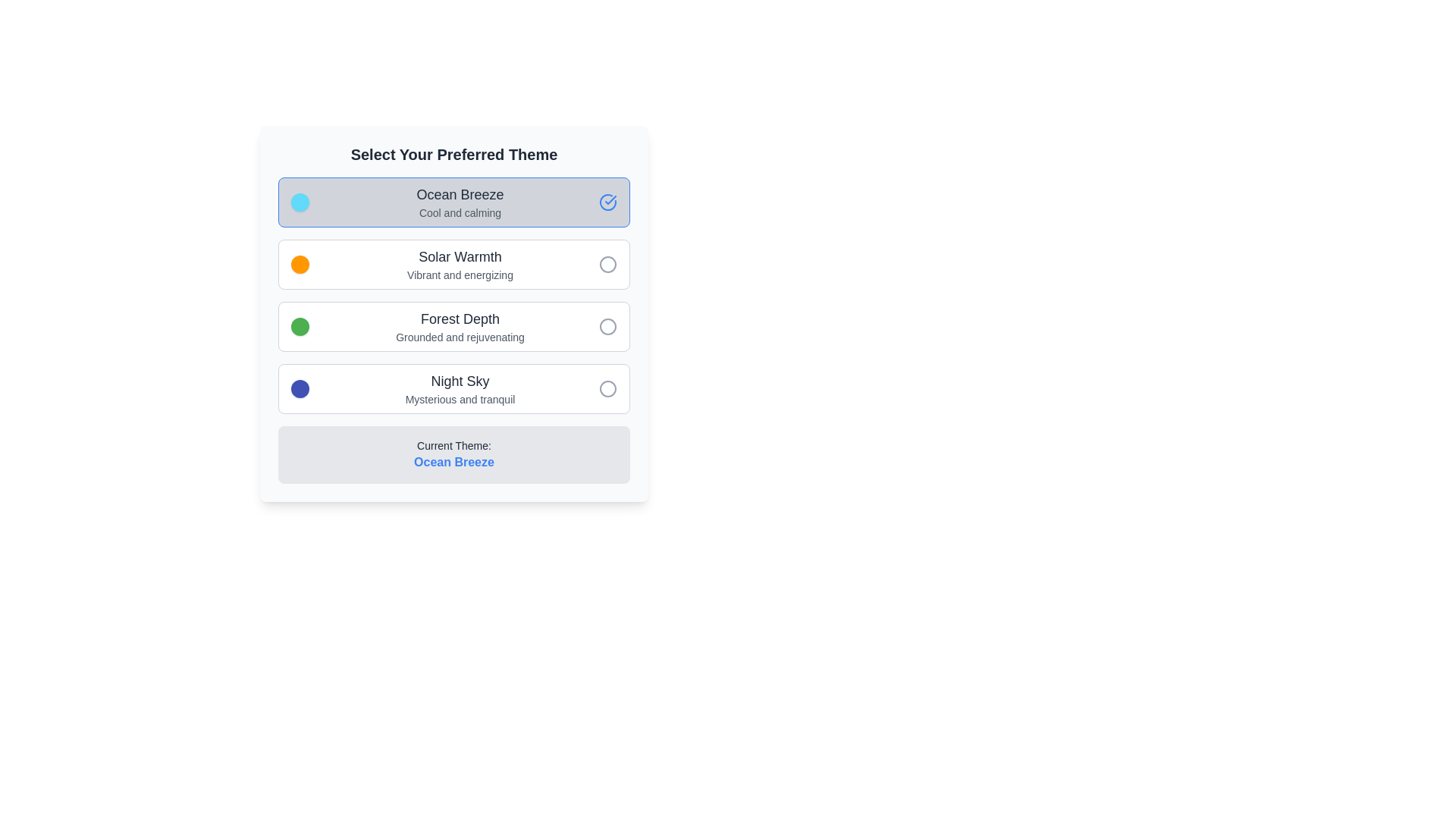 The height and width of the screenshot is (819, 1456). Describe the element at coordinates (607, 388) in the screenshot. I see `the inner circle of the radio button indicator associated with the 'Night Sky' option` at that location.